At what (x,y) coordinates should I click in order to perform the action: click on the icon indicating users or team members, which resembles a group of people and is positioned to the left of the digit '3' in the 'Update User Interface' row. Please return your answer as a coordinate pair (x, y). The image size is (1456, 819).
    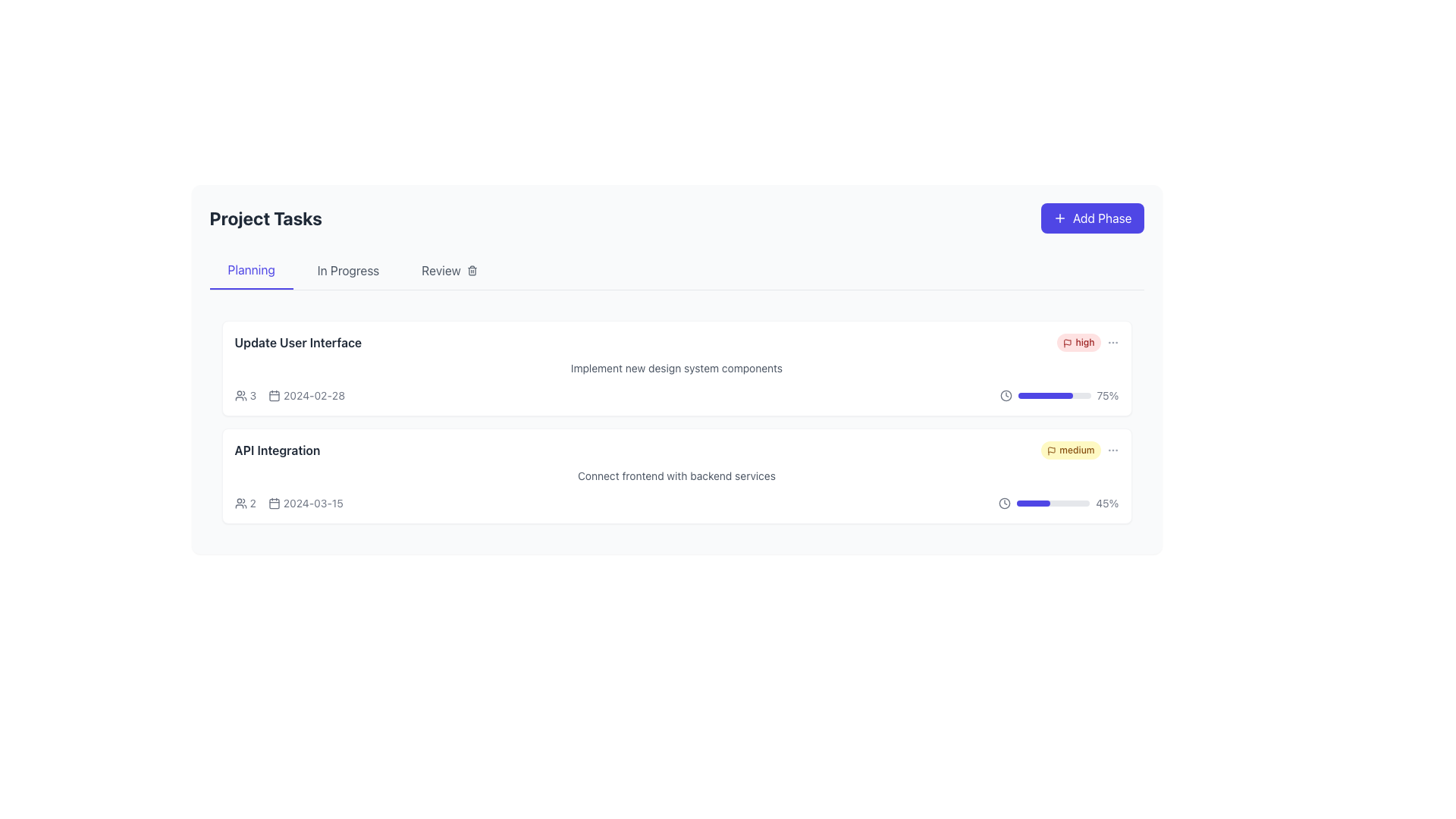
    Looking at the image, I should click on (240, 394).